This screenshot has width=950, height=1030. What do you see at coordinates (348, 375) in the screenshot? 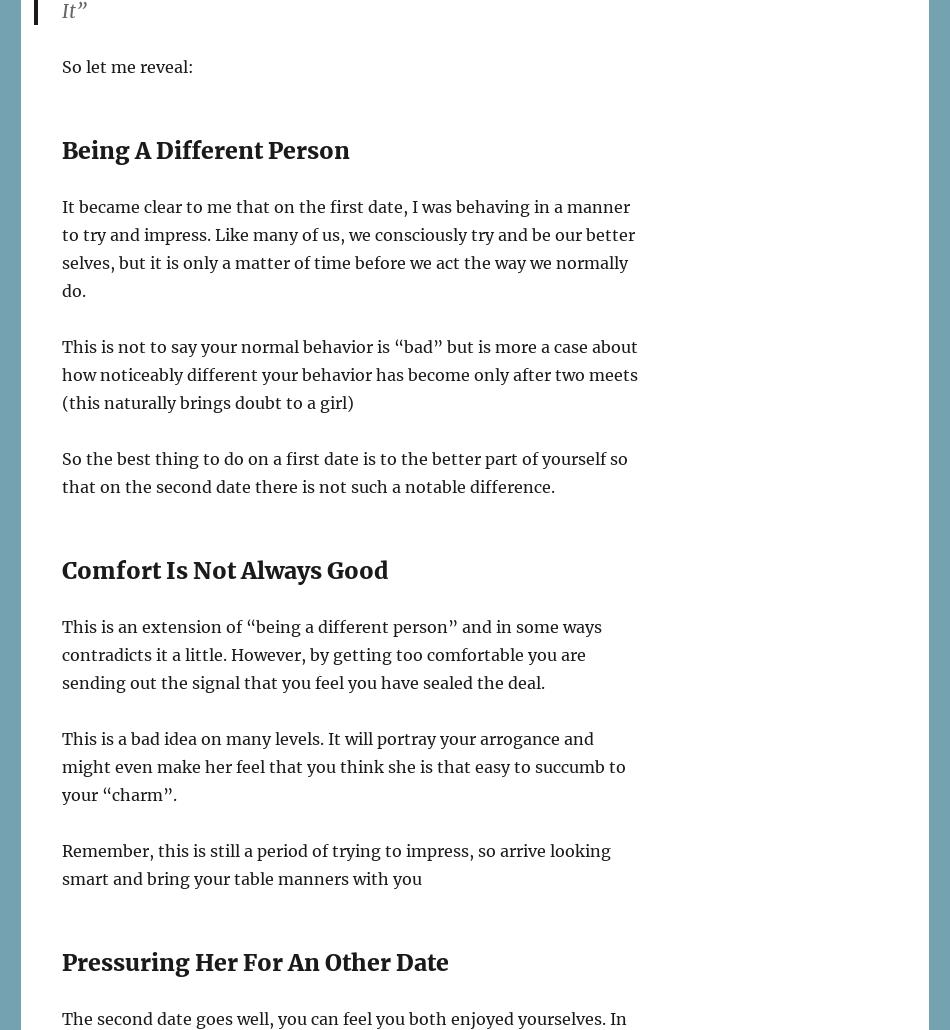
I see `'This is not to say your normal behavior is “bad” but is more a case about how noticeably different your behavior has become only after two meets (this naturally brings doubt to a girl)'` at bounding box center [348, 375].